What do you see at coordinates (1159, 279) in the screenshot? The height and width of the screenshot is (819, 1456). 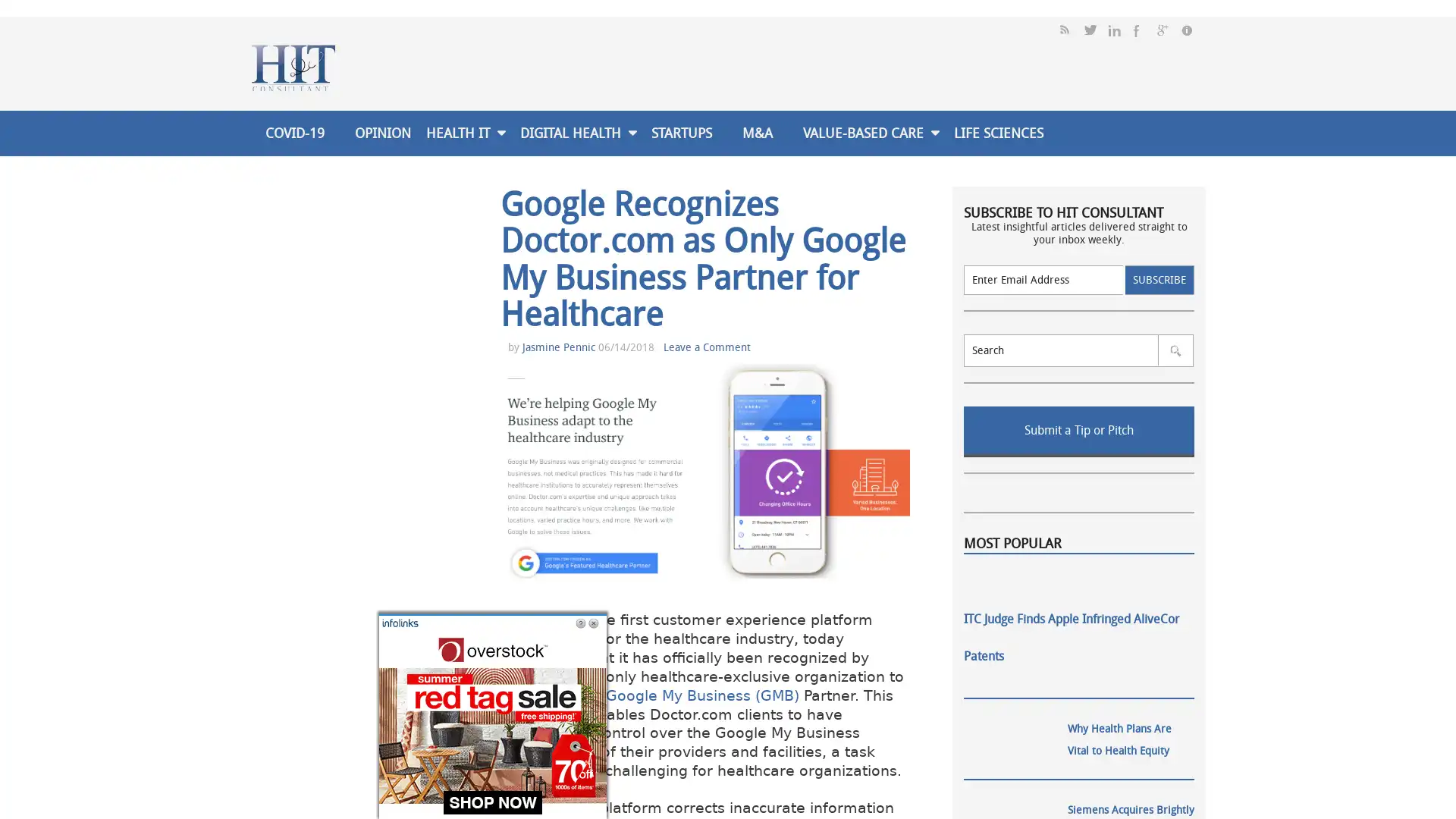 I see `Subscribe` at bounding box center [1159, 279].